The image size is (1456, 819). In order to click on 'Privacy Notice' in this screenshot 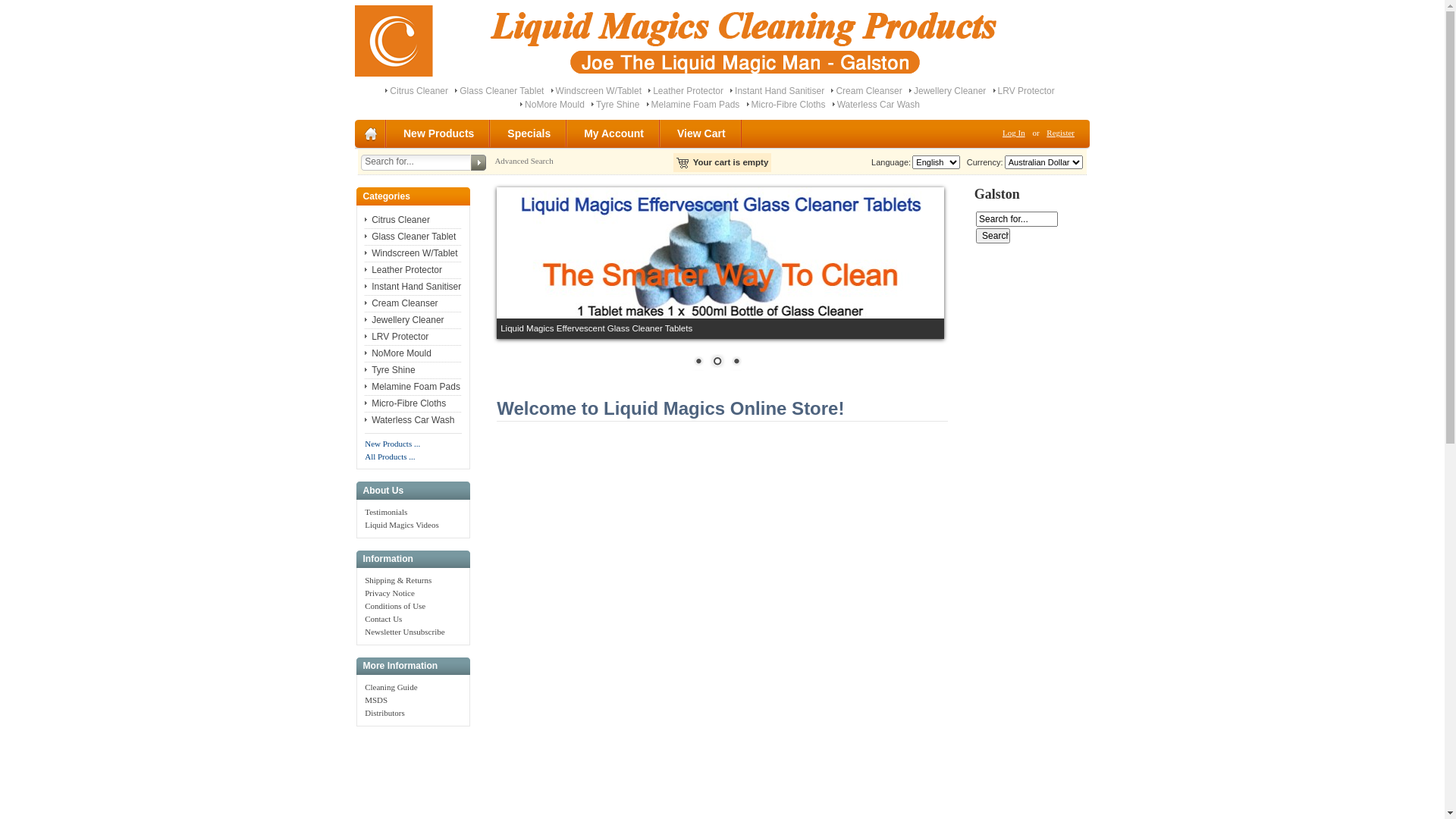, I will do `click(389, 592)`.